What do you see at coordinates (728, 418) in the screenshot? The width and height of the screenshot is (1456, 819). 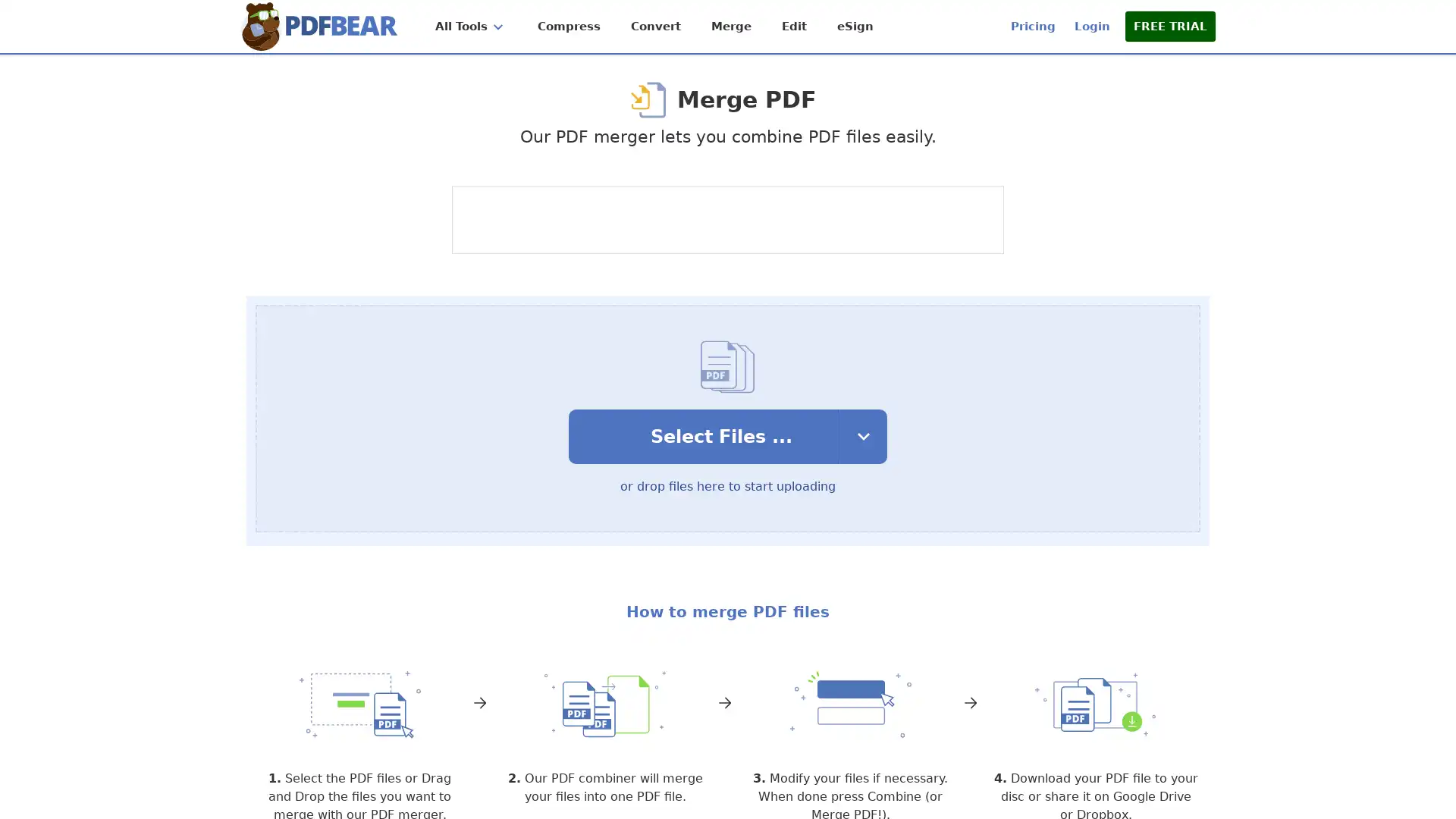 I see `Select Files ... select upload Options dropdown or drop files here to start uploading` at bounding box center [728, 418].